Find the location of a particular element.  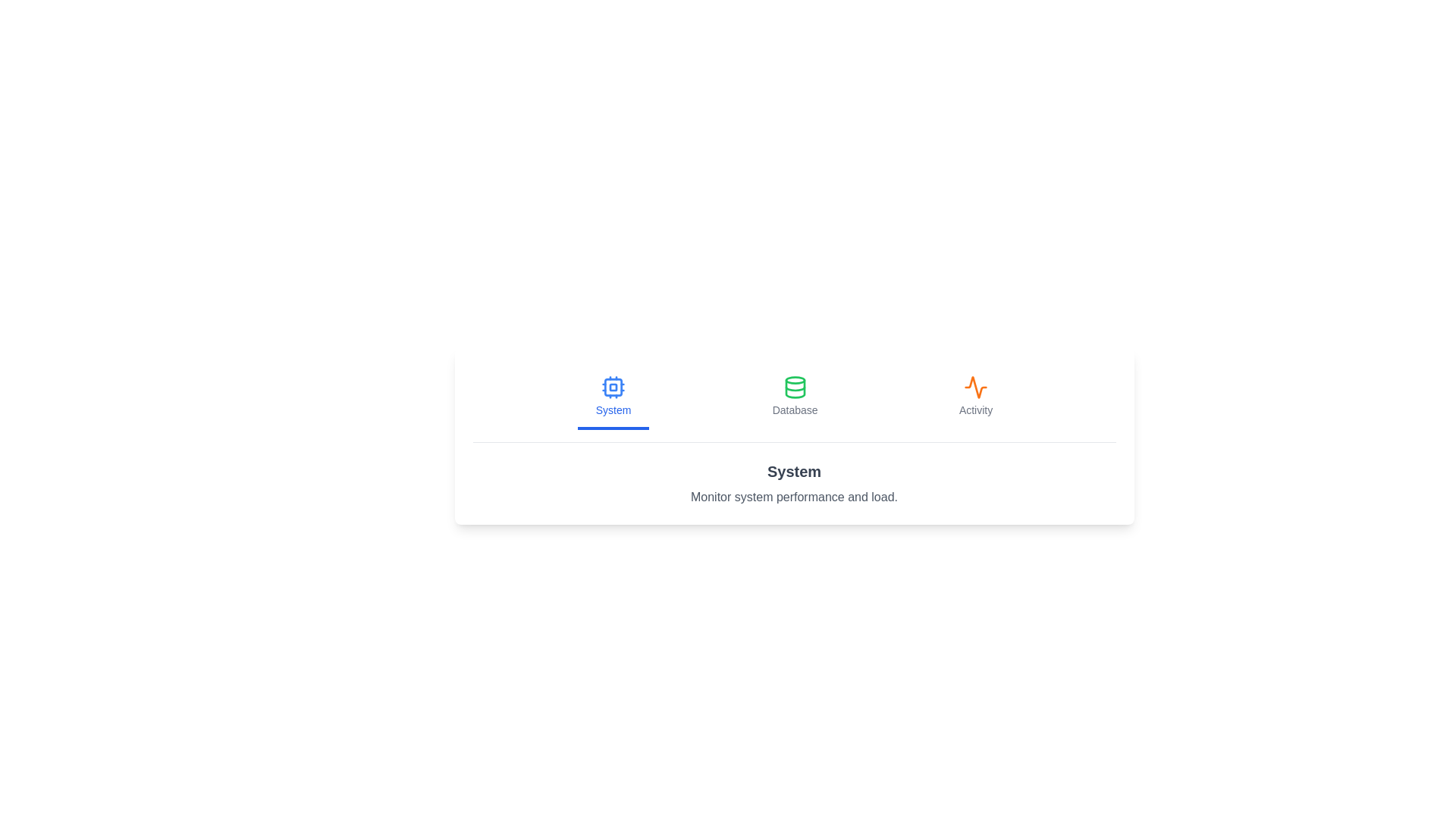

the Database tab by clicking its button is located at coordinates (794, 397).